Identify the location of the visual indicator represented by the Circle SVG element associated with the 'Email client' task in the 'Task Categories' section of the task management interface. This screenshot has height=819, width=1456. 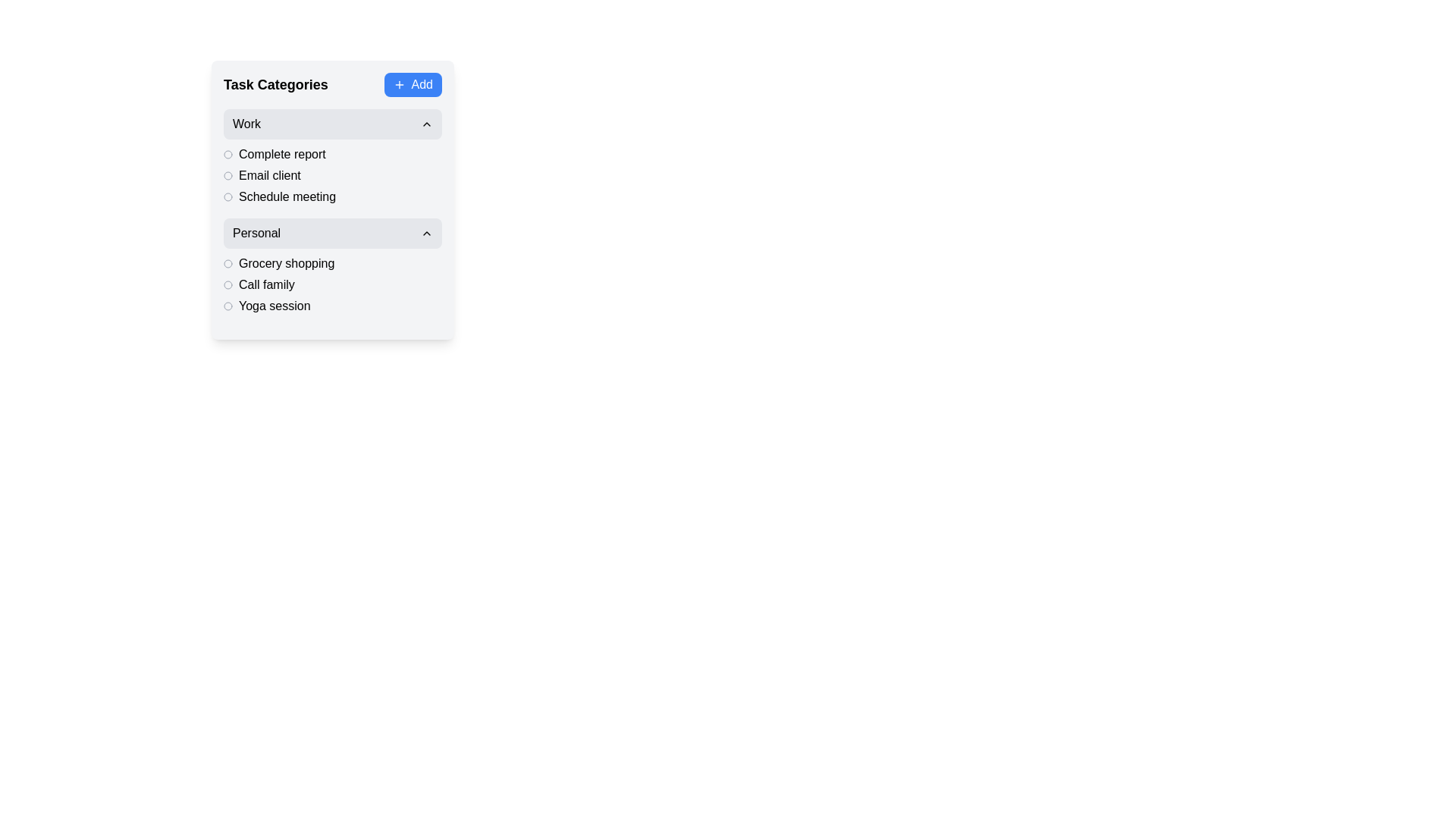
(227, 174).